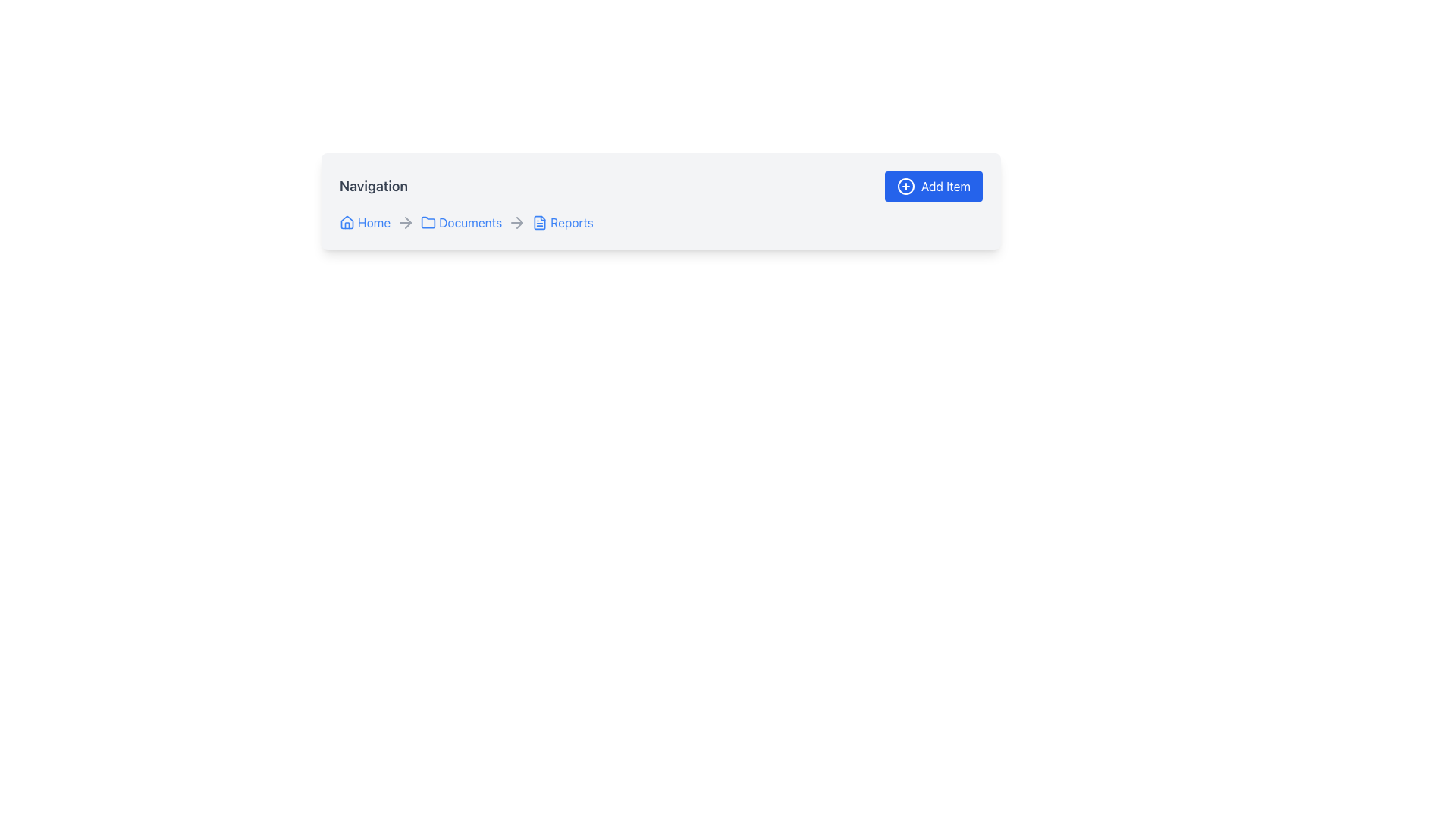 The image size is (1456, 819). I want to click on the 'Documents' folder icon in the breadcrumb navigation bar, located between the 'Home' icon and the 'Documents' label, so click(428, 222).